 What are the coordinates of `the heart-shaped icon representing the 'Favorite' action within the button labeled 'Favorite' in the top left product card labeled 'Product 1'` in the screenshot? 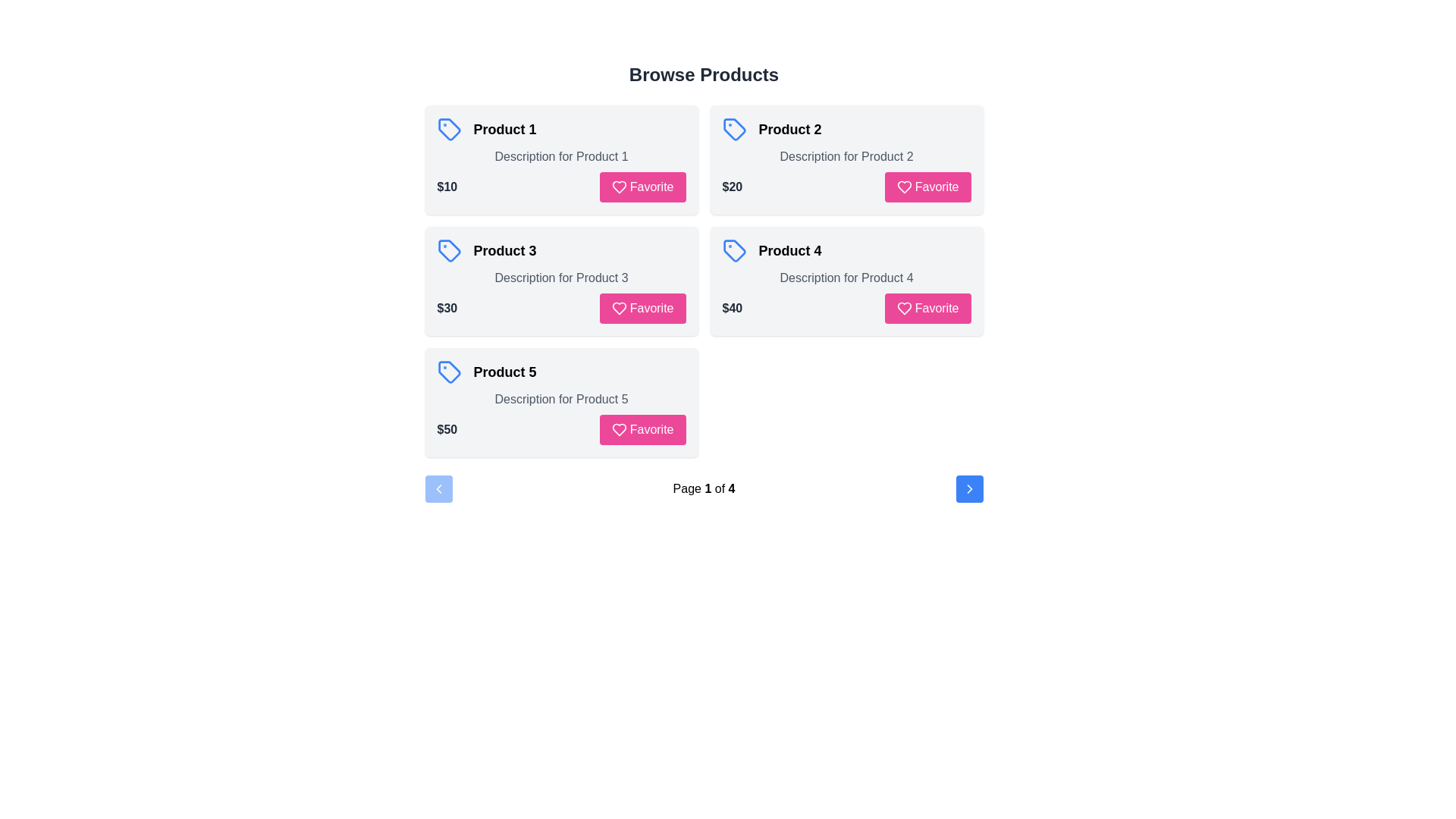 It's located at (619, 186).